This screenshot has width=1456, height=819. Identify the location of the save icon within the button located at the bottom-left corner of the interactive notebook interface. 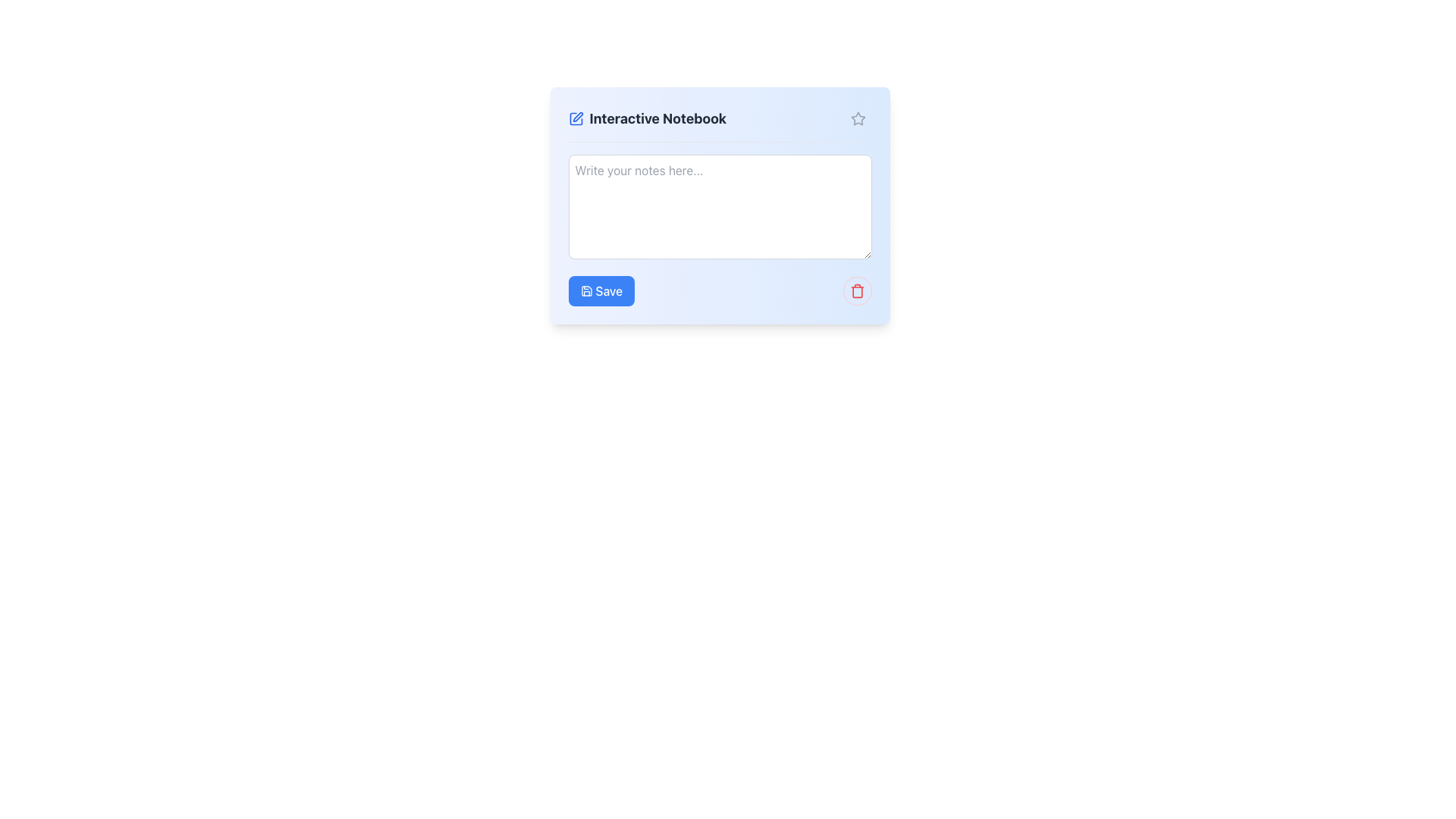
(585, 291).